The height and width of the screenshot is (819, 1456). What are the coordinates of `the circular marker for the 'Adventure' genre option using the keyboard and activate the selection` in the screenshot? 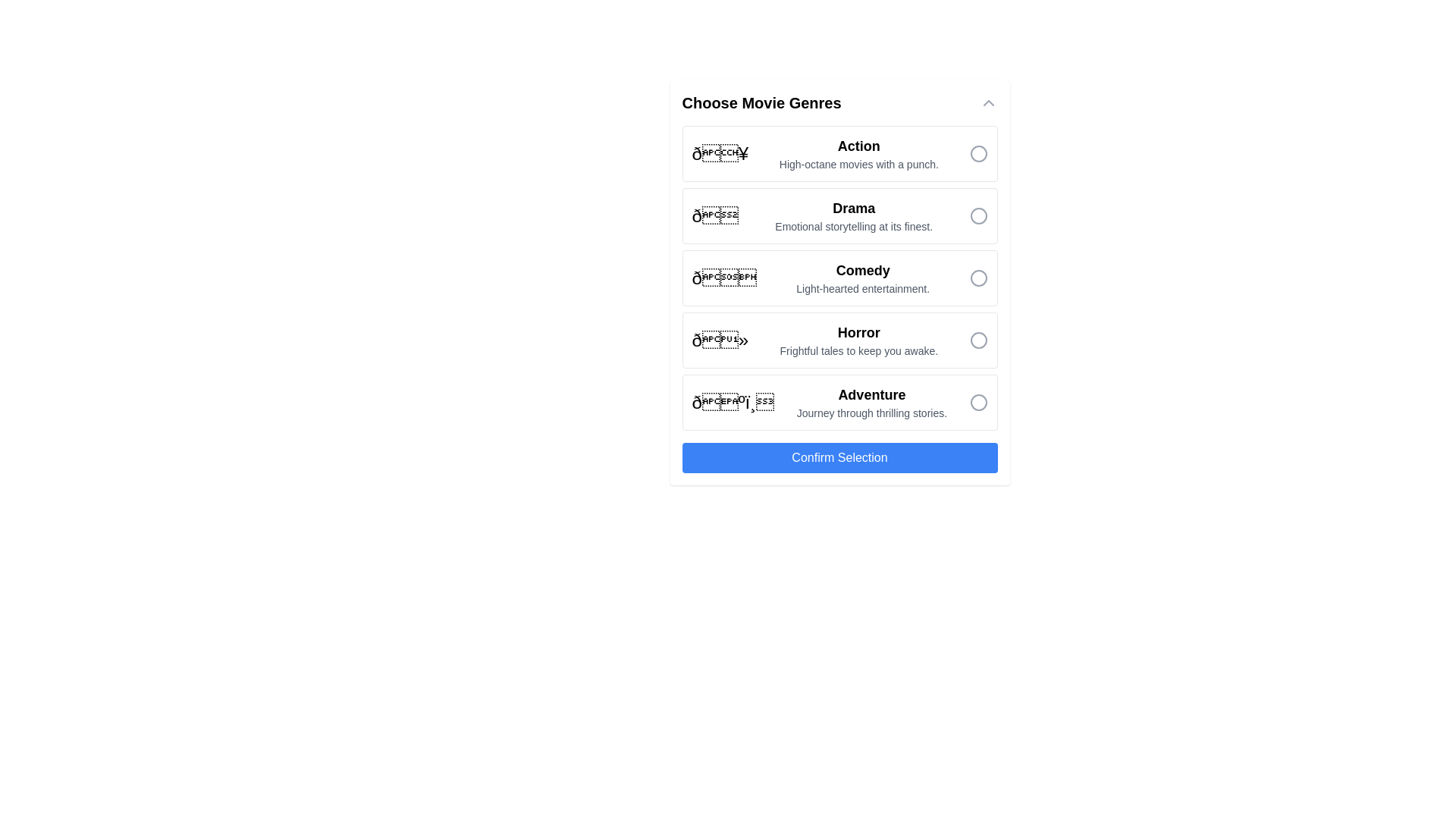 It's located at (978, 402).